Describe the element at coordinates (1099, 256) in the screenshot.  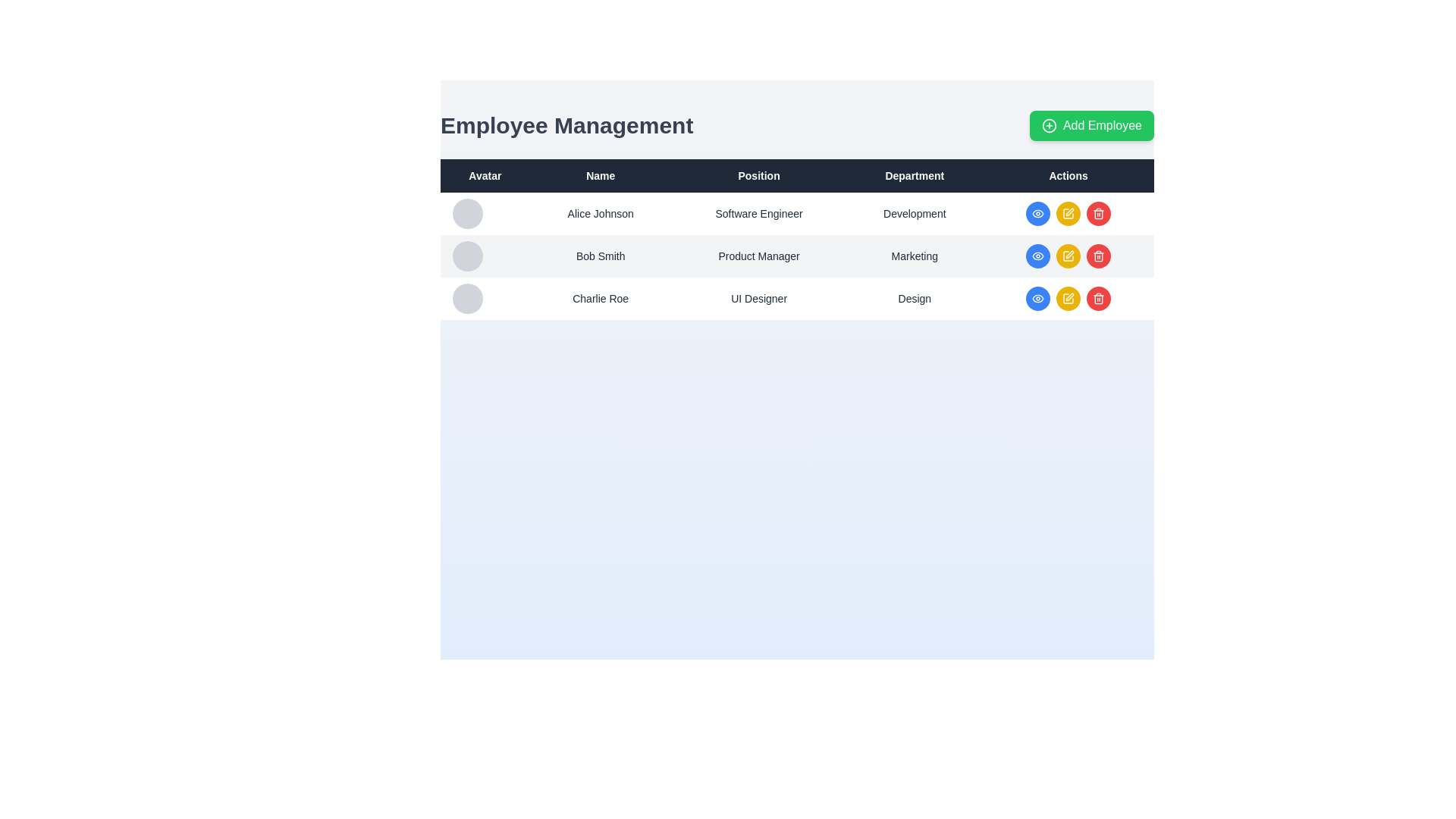
I see `the Delete button with an icon located on the right side of the action buttons in the second row of the table to change its color` at that location.